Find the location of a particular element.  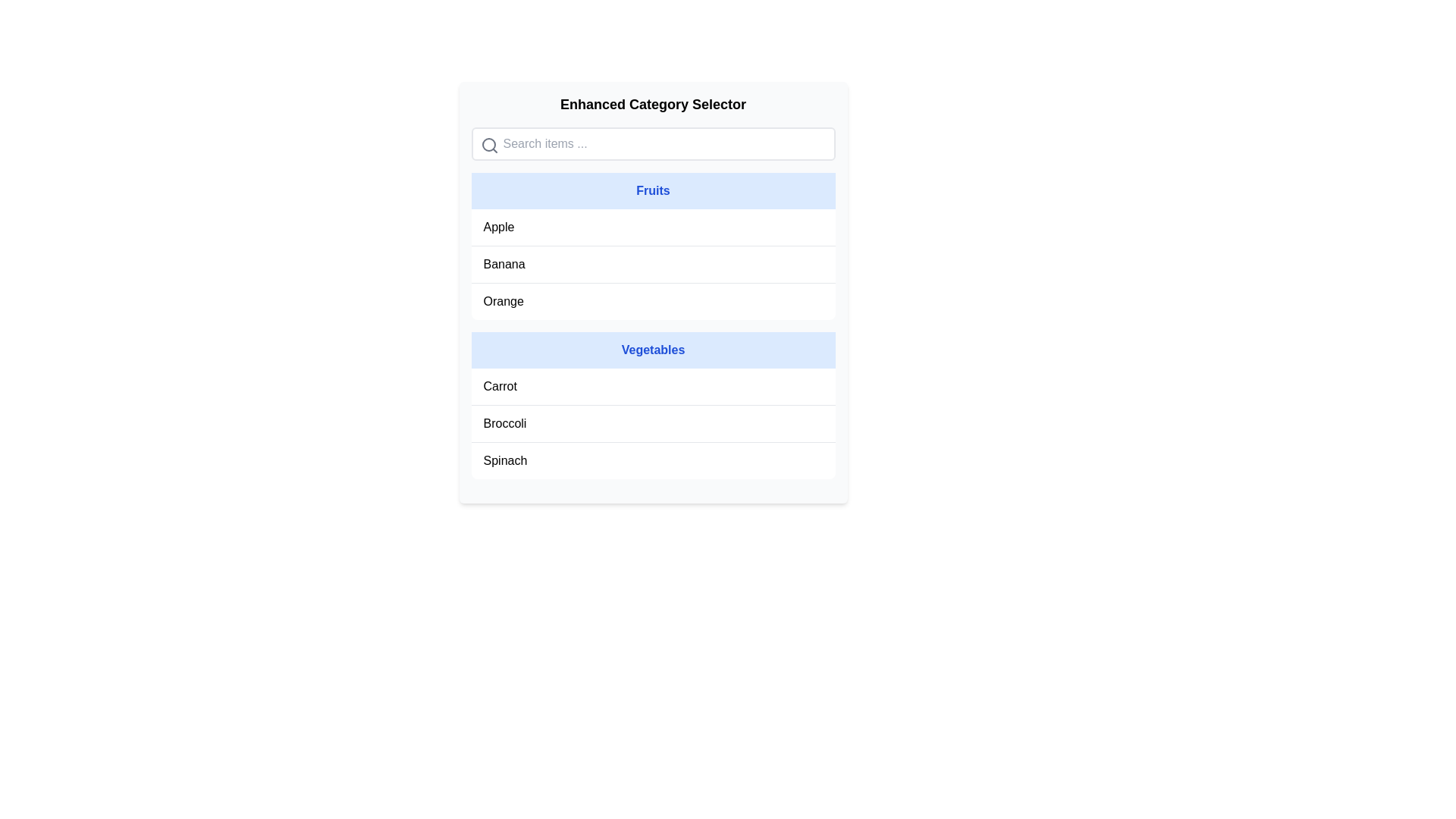

the text label that displays 'Banana', which is the second item in the 'Fruits' category list, located towards the center of the interface is located at coordinates (504, 263).